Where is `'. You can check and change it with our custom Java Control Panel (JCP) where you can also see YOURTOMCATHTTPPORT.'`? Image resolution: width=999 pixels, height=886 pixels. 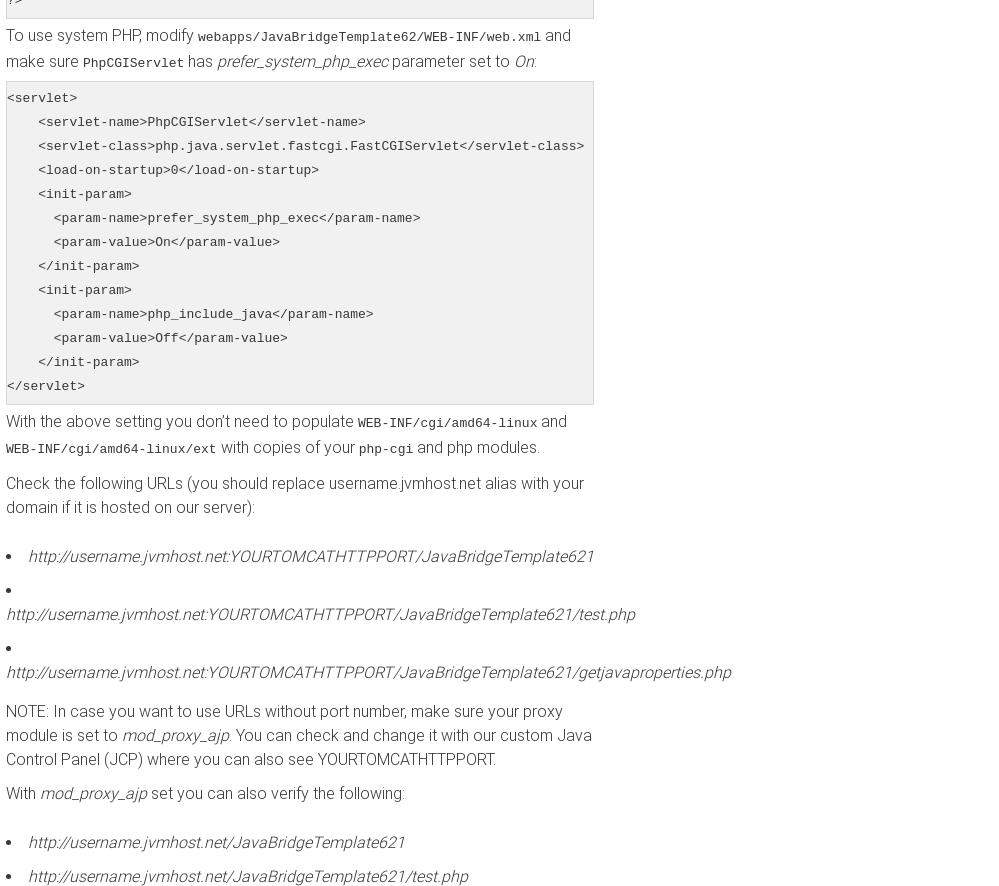 '. You can check and change it with our custom Java Control Panel (JCP) where you can also see YOURTOMCATHTTPPORT.' is located at coordinates (298, 747).